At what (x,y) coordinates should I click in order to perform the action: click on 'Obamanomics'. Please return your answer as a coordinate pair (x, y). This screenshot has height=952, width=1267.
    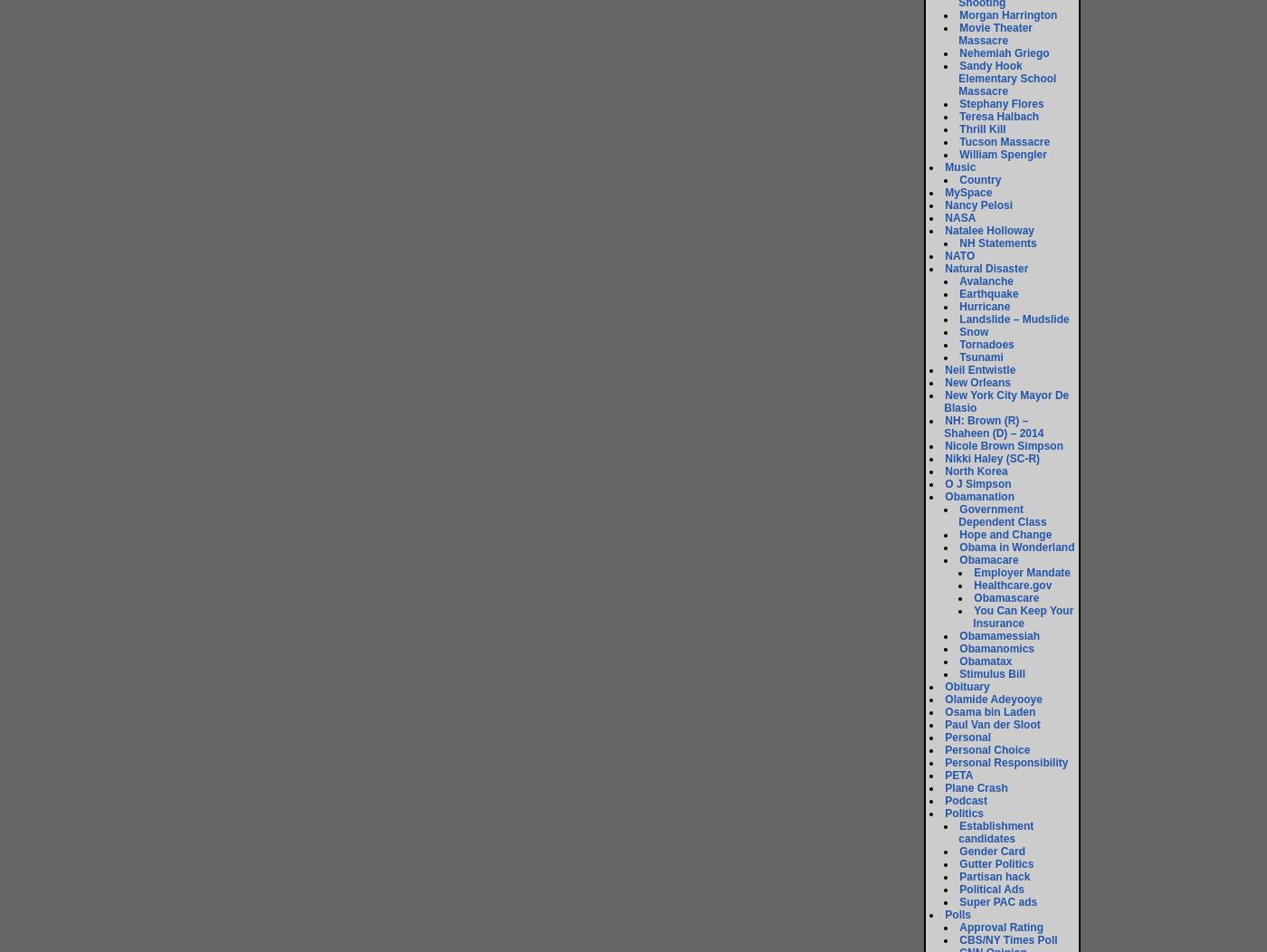
    Looking at the image, I should click on (958, 649).